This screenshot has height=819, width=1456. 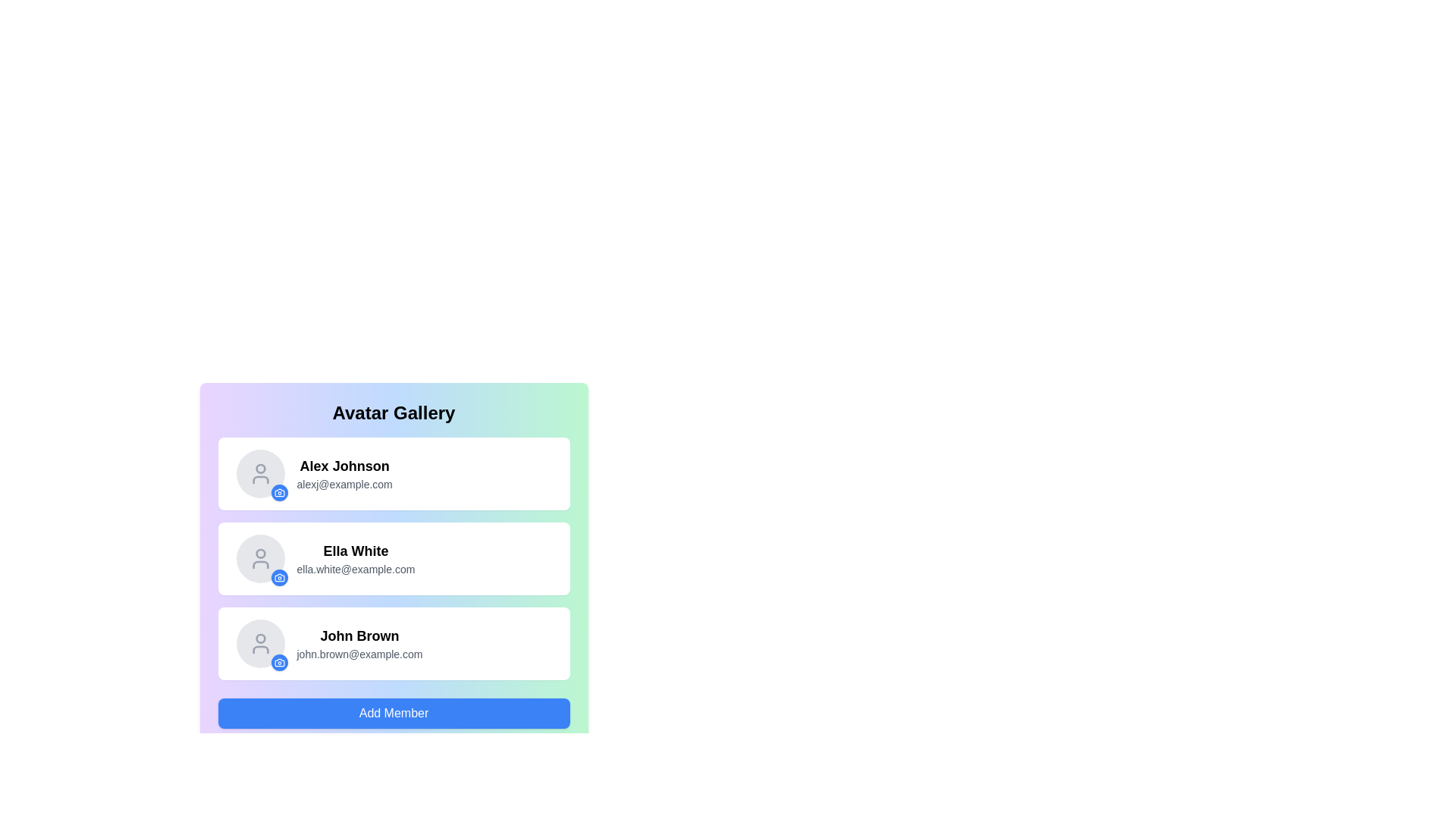 What do you see at coordinates (279, 578) in the screenshot?
I see `the camera icon button with a blue background located to the bottom-right of Ella White's profile avatar` at bounding box center [279, 578].